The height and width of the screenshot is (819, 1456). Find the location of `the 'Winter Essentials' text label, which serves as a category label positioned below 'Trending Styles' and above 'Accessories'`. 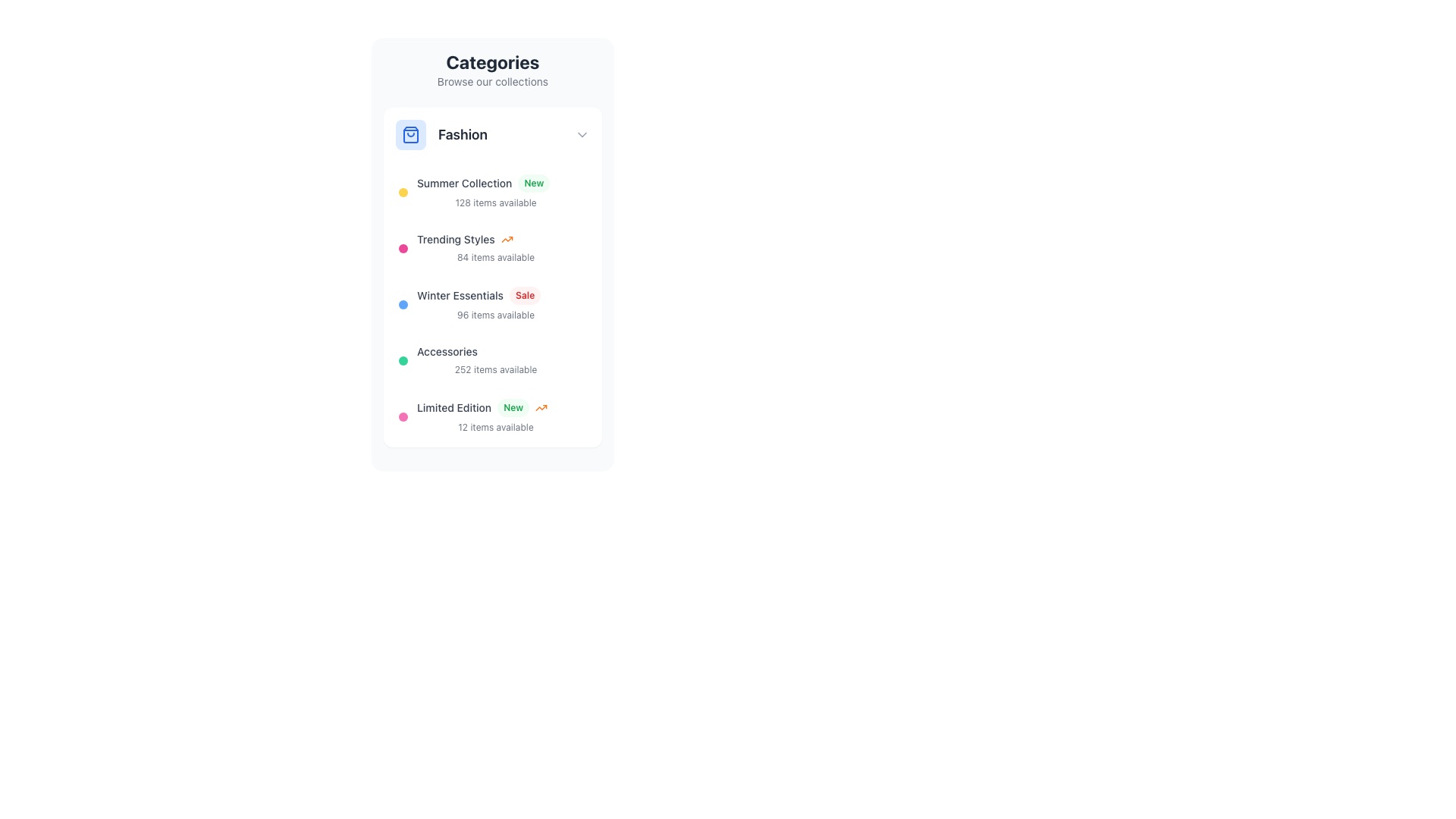

the 'Winter Essentials' text label, which serves as a category label positioned below 'Trending Styles' and above 'Accessories' is located at coordinates (459, 295).